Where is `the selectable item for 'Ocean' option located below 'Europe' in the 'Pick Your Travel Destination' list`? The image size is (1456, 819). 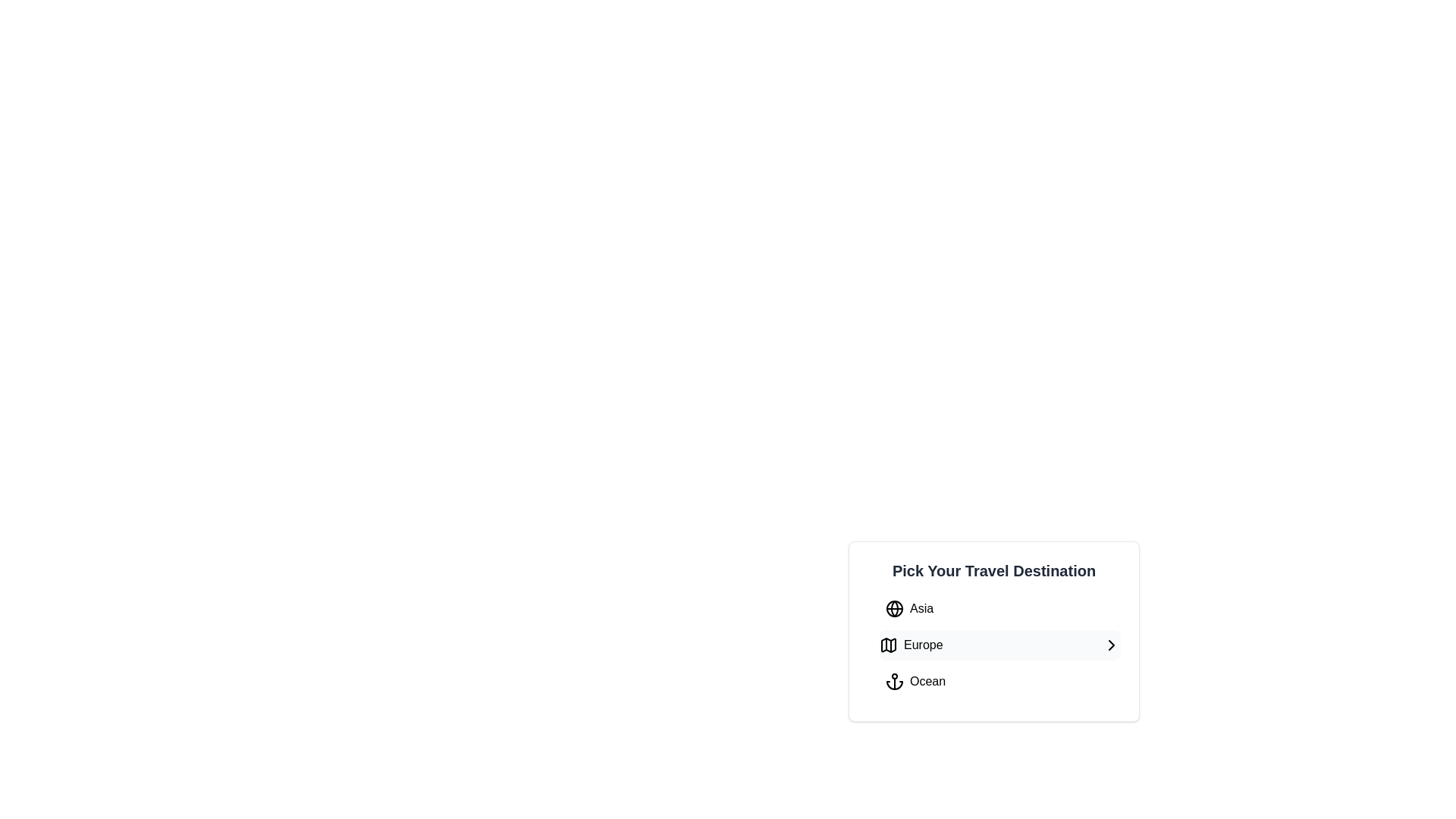 the selectable item for 'Ocean' option located below 'Europe' in the 'Pick Your Travel Destination' list is located at coordinates (1000, 680).